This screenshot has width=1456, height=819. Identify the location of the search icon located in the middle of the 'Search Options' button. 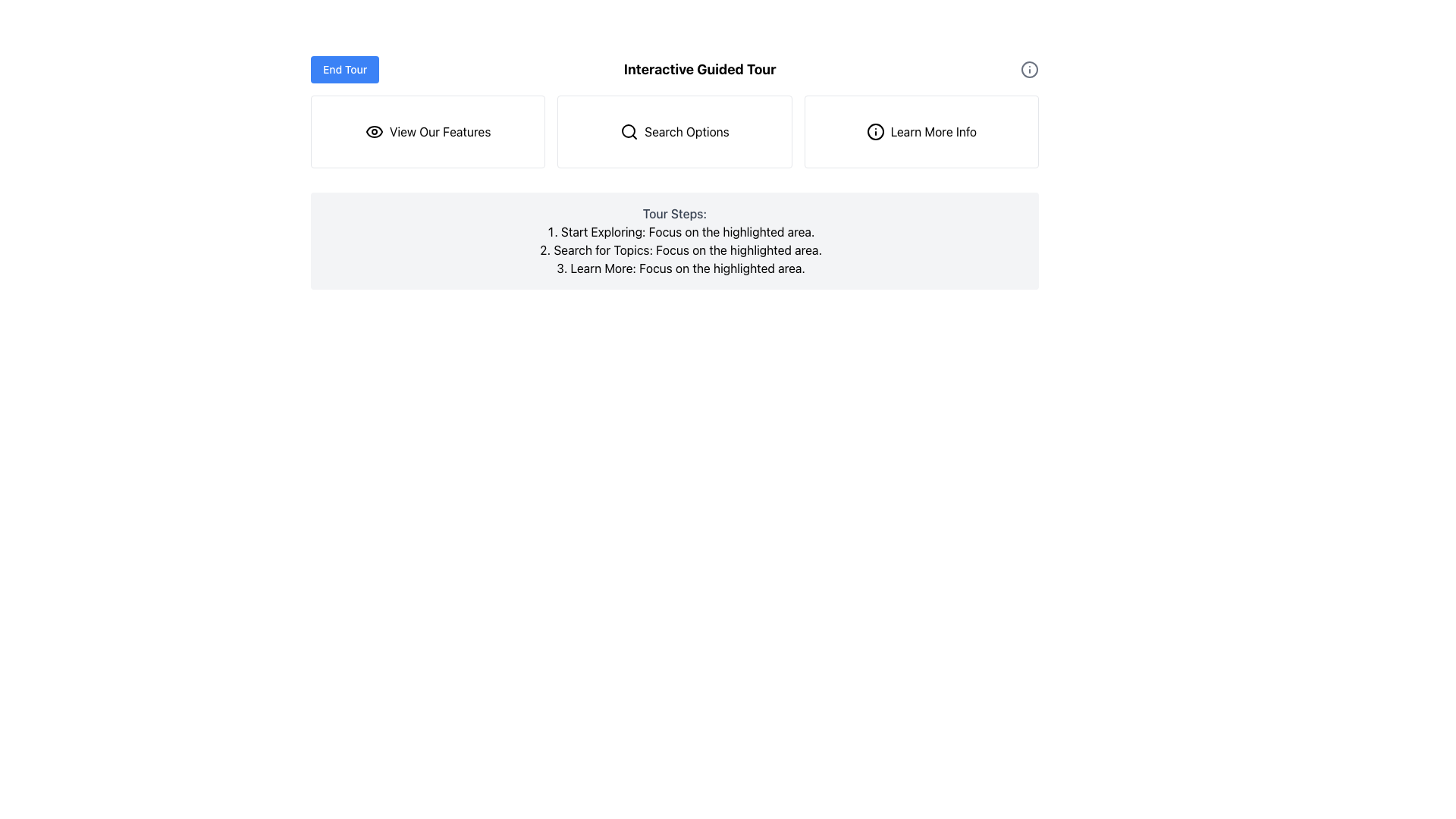
(629, 130).